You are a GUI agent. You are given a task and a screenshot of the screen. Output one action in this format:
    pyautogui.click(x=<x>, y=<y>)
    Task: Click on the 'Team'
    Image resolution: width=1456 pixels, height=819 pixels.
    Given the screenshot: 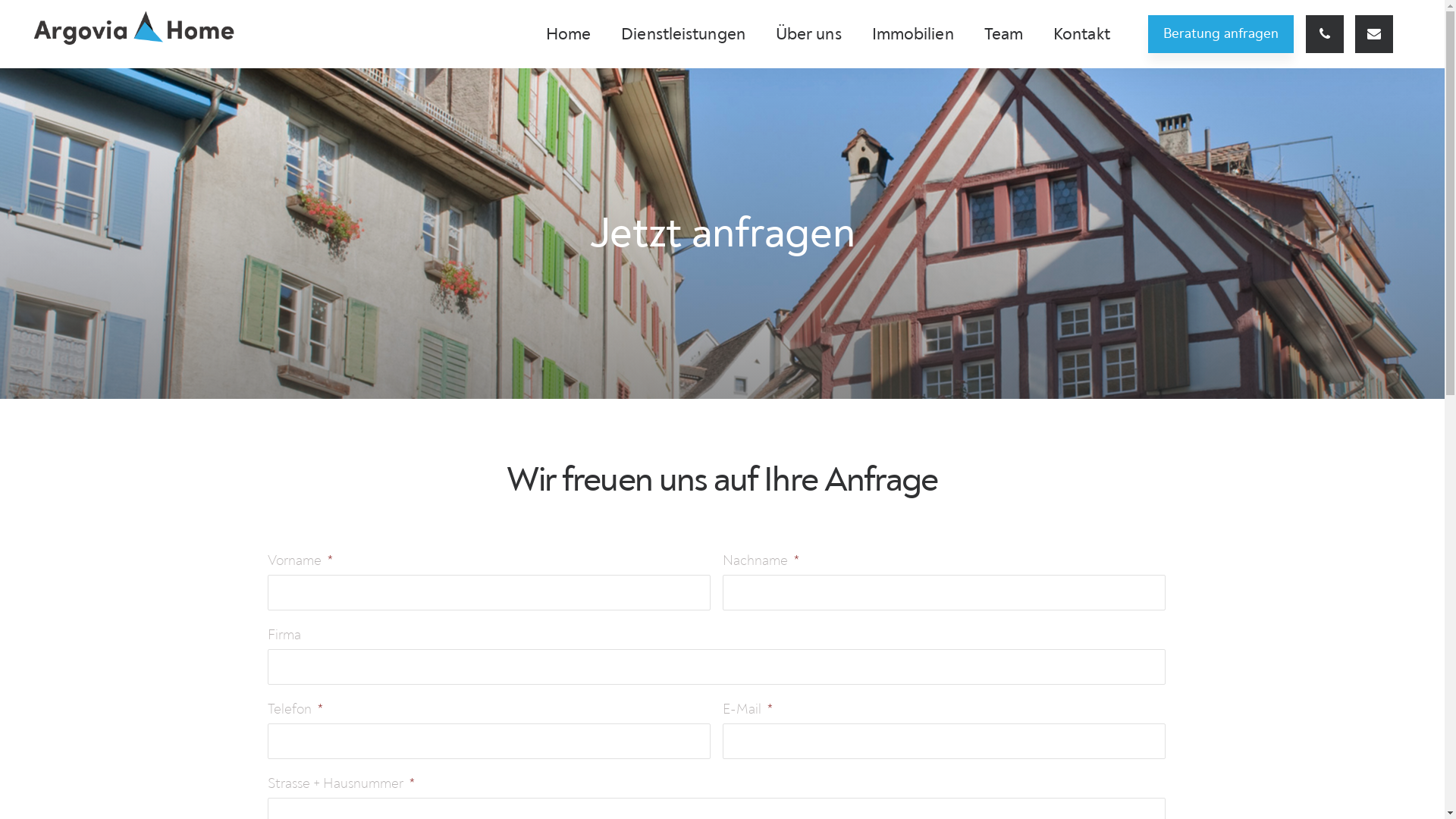 What is the action you would take?
    pyautogui.click(x=1003, y=34)
    